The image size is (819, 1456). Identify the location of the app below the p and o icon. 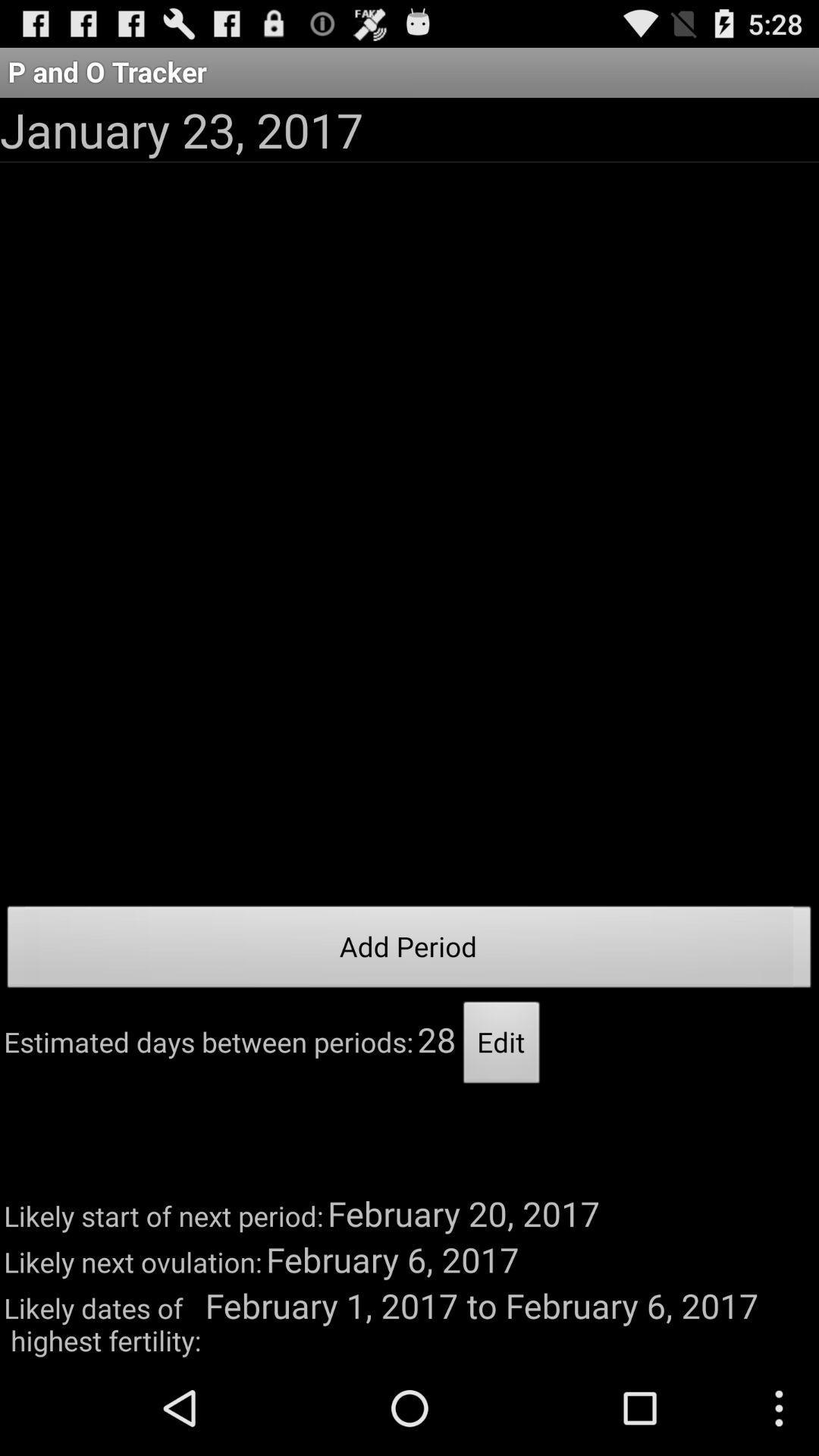
(180, 130).